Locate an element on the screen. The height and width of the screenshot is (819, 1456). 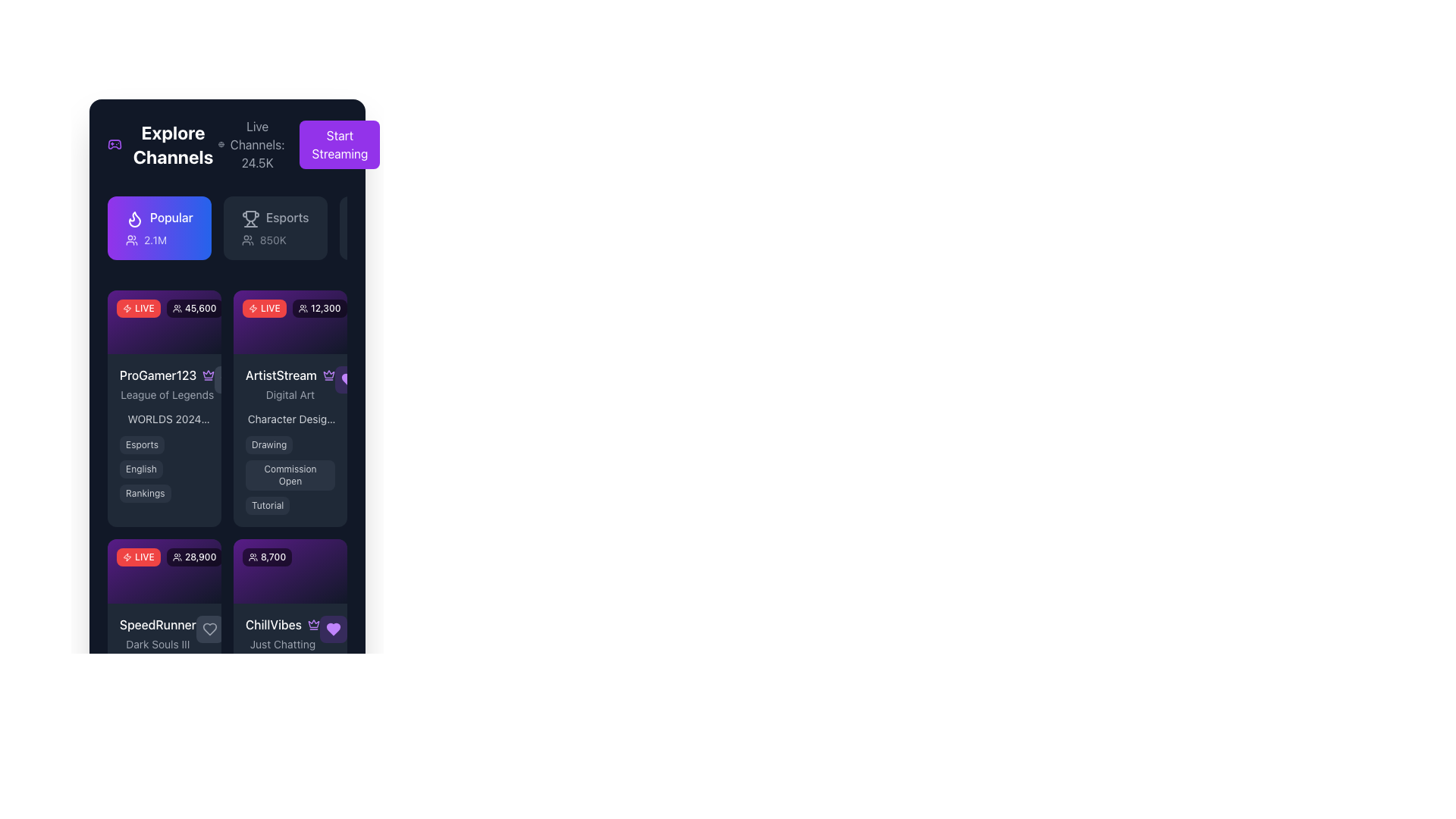
the text label representing a streaming channel, located in the upper-left quadrant under the 'Popular' category, which is the first entry in its list is located at coordinates (167, 384).